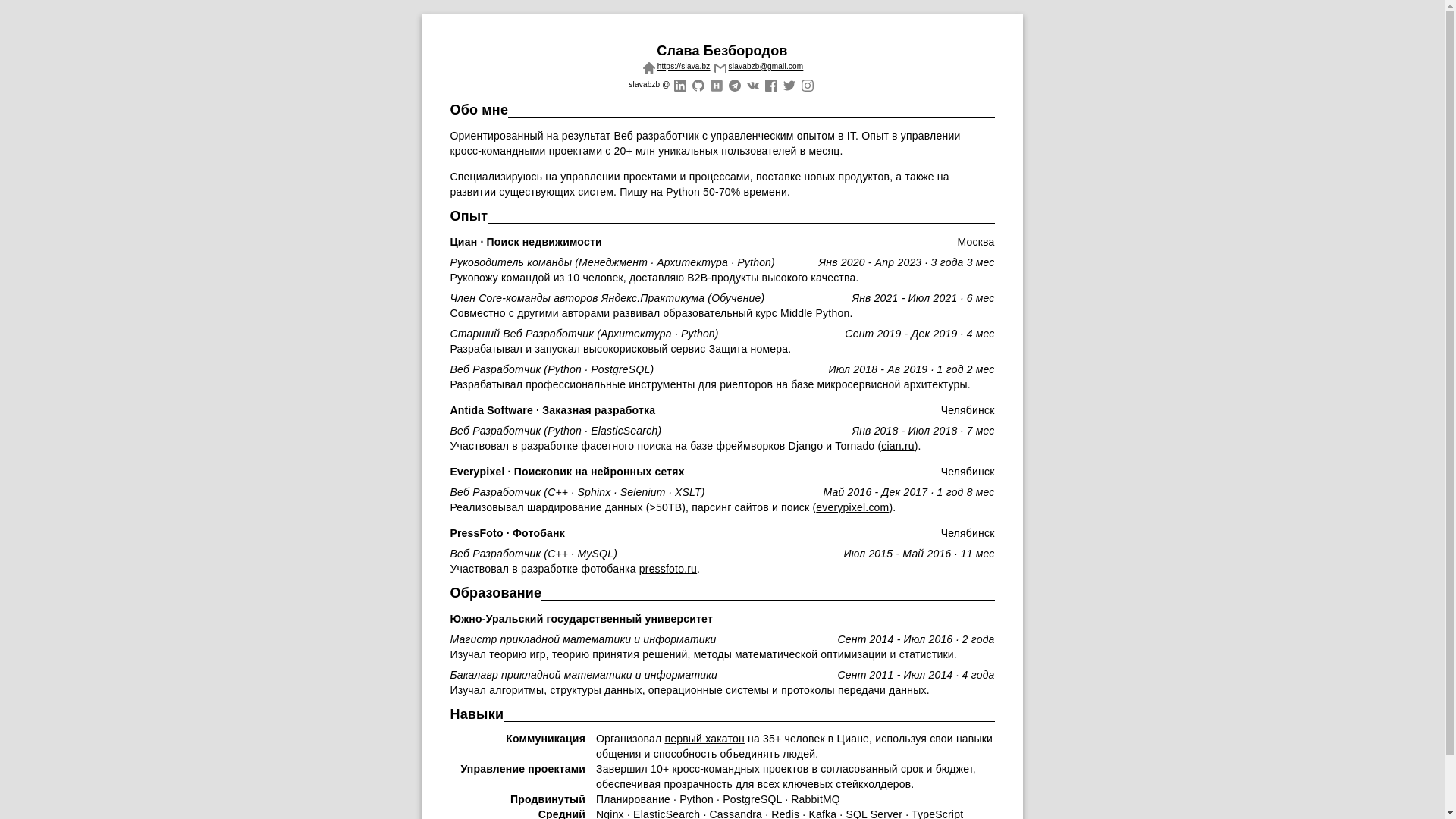 This screenshot has height=819, width=1456. Describe the element at coordinates (734, 83) in the screenshot. I see `'slavabzb'` at that location.